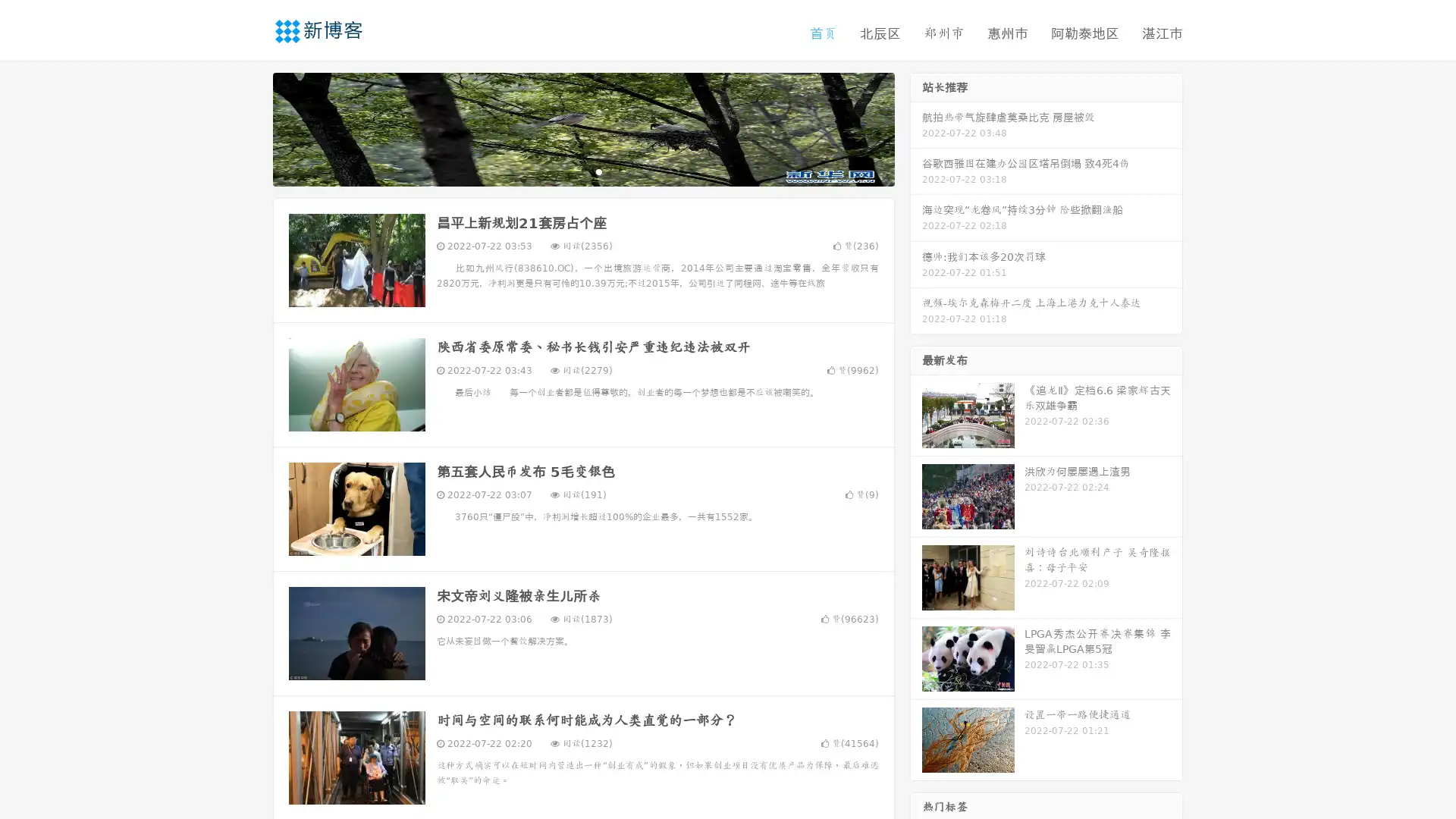  Describe the element at coordinates (582, 171) in the screenshot. I see `Go to slide 2` at that location.